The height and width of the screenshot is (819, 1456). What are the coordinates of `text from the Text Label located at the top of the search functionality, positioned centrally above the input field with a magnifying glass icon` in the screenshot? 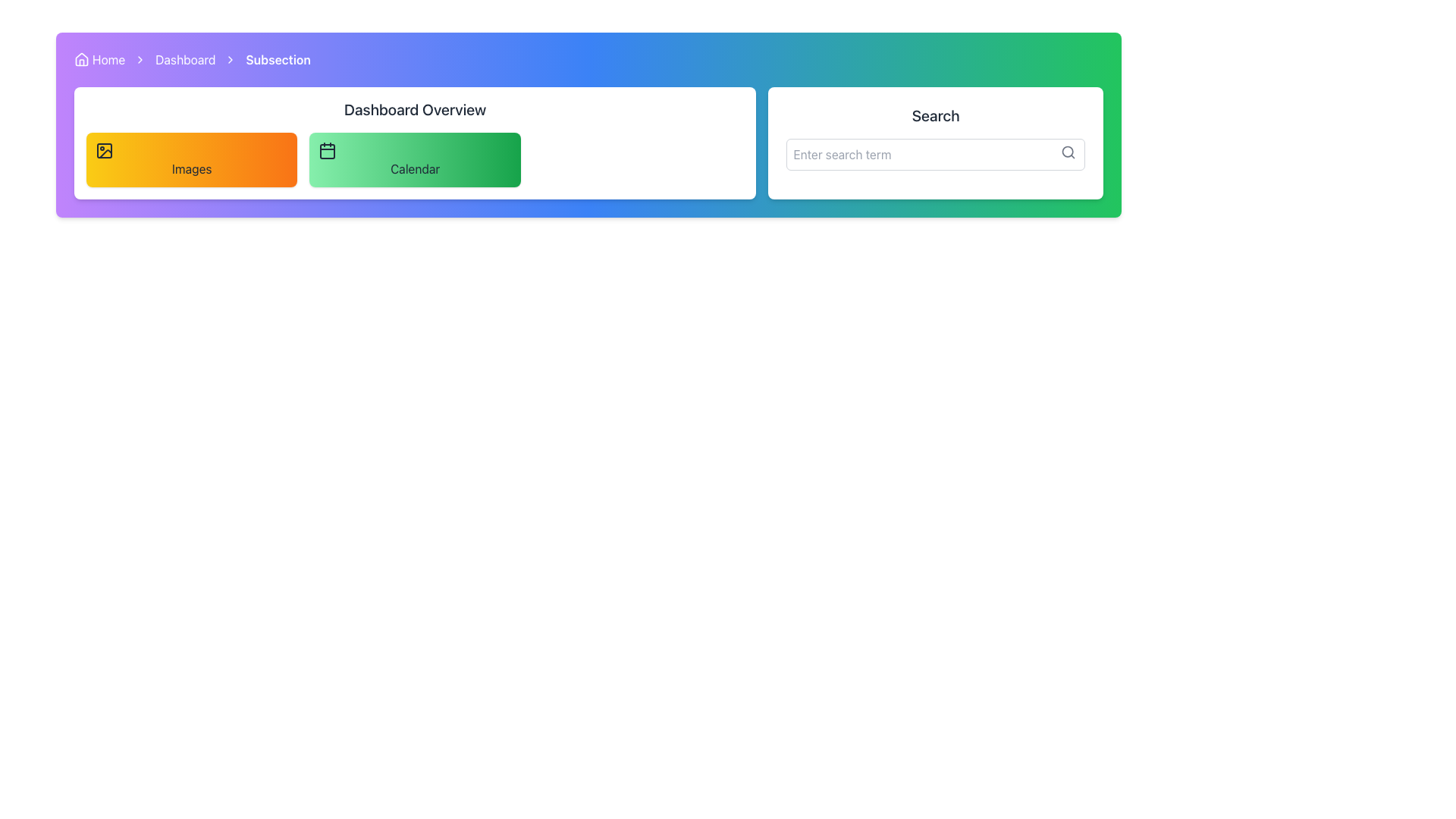 It's located at (935, 115).